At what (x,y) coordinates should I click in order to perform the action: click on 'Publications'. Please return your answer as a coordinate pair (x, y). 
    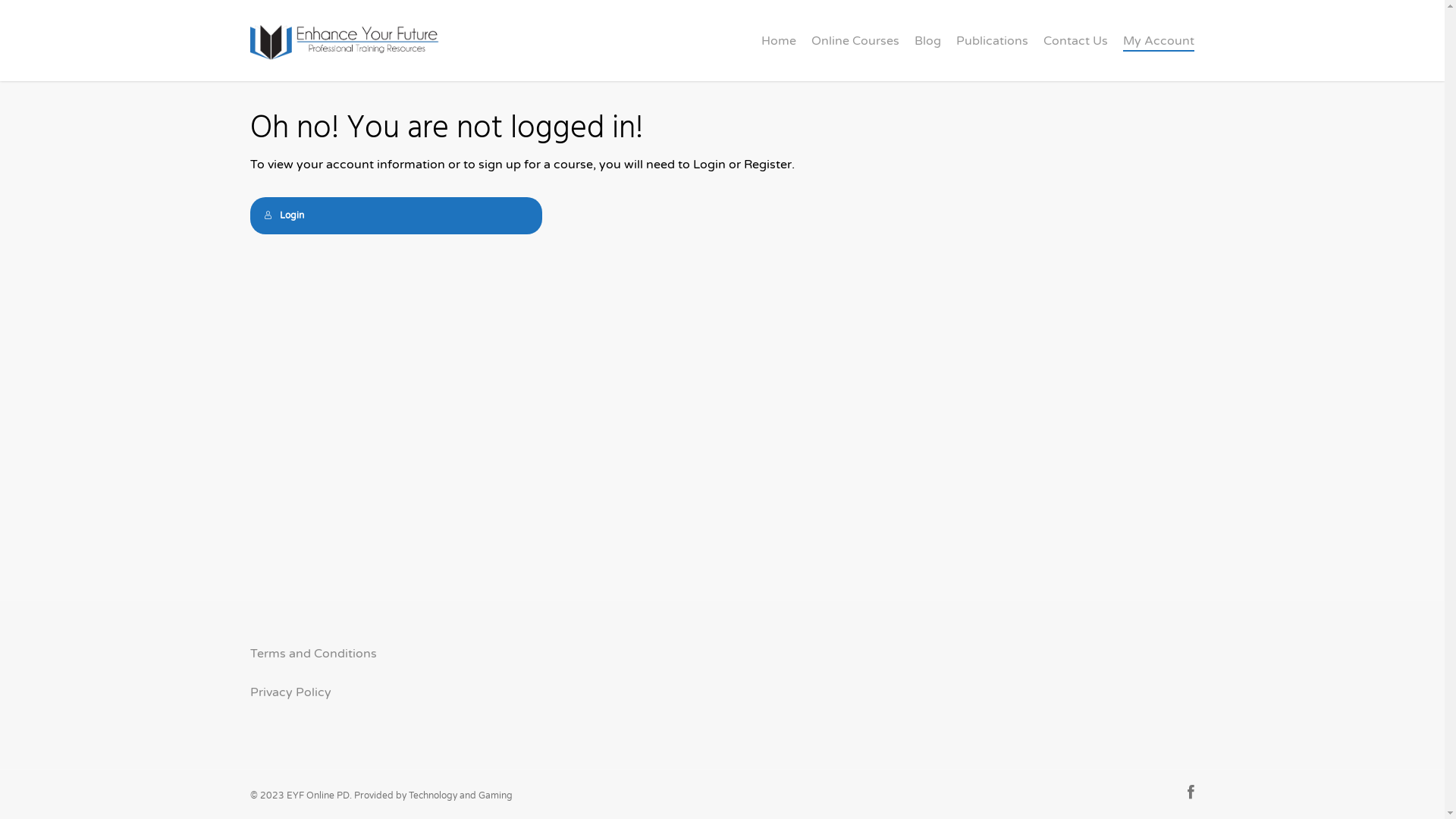
    Looking at the image, I should click on (992, 40).